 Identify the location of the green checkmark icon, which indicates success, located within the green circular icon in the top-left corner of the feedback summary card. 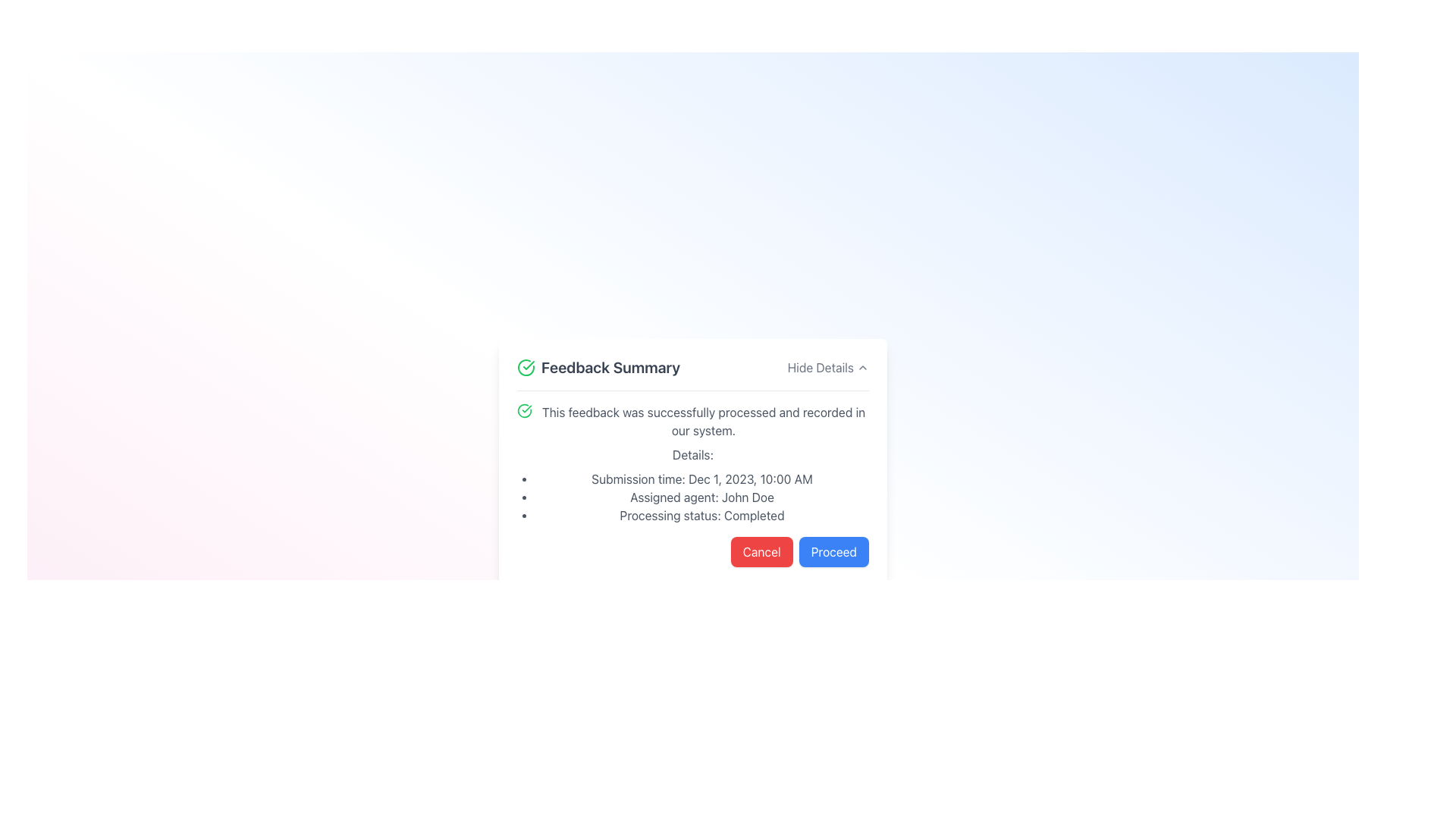
(529, 365).